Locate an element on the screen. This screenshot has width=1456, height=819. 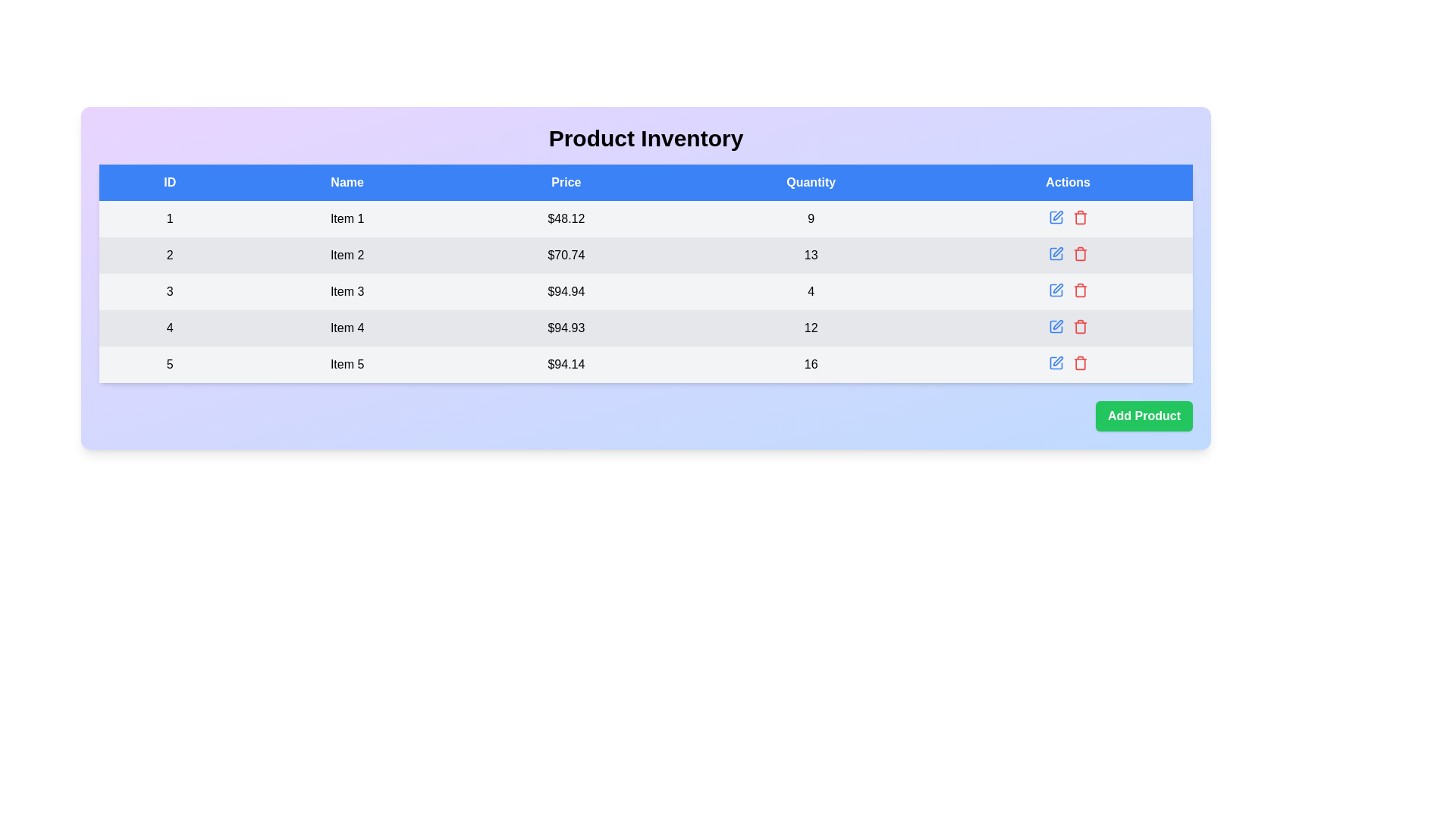
the edit action icon located in the 'Actions' column of the first row within the table is located at coordinates (1055, 217).